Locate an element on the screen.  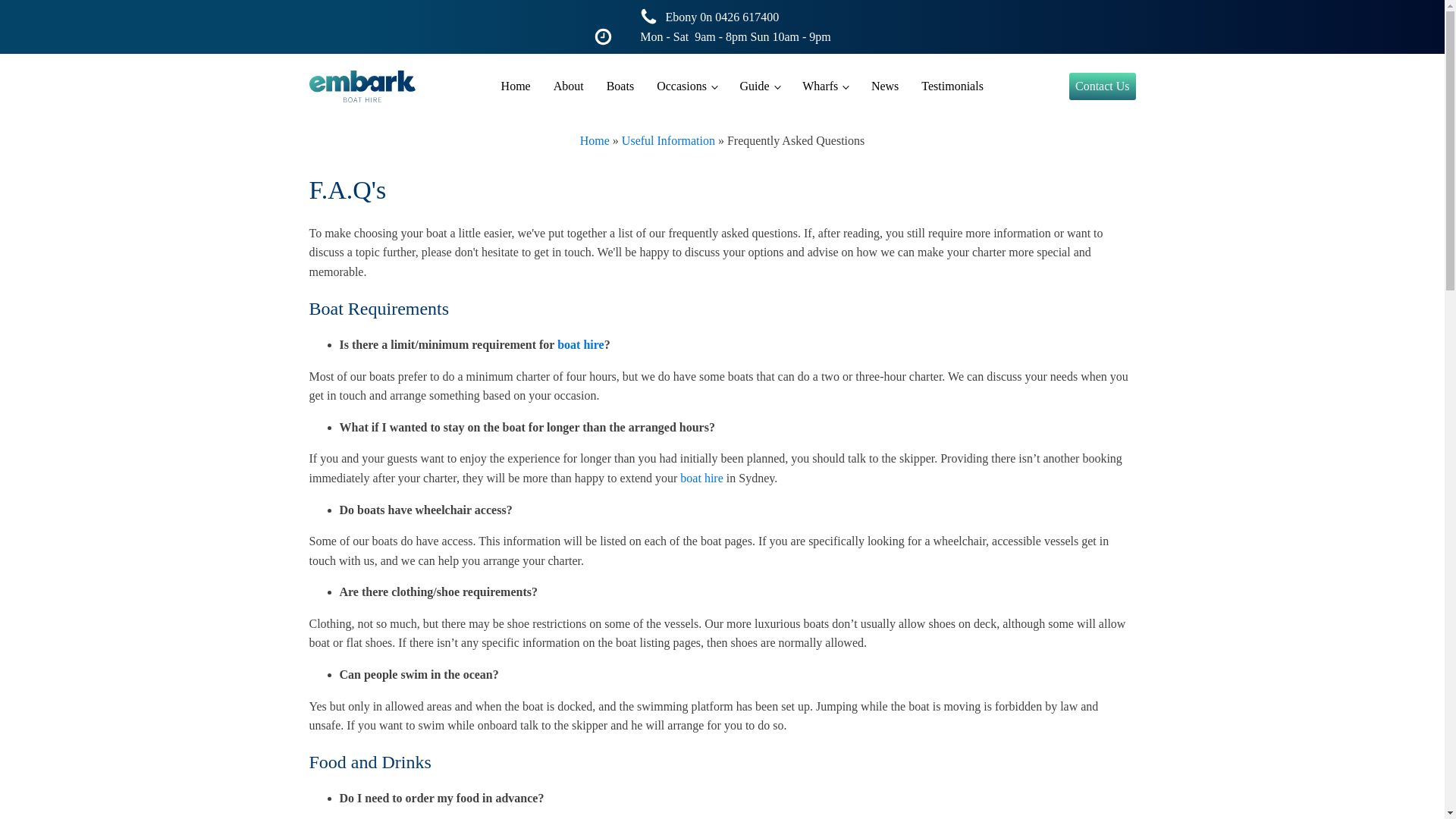
'boat hire' is located at coordinates (556, 344).